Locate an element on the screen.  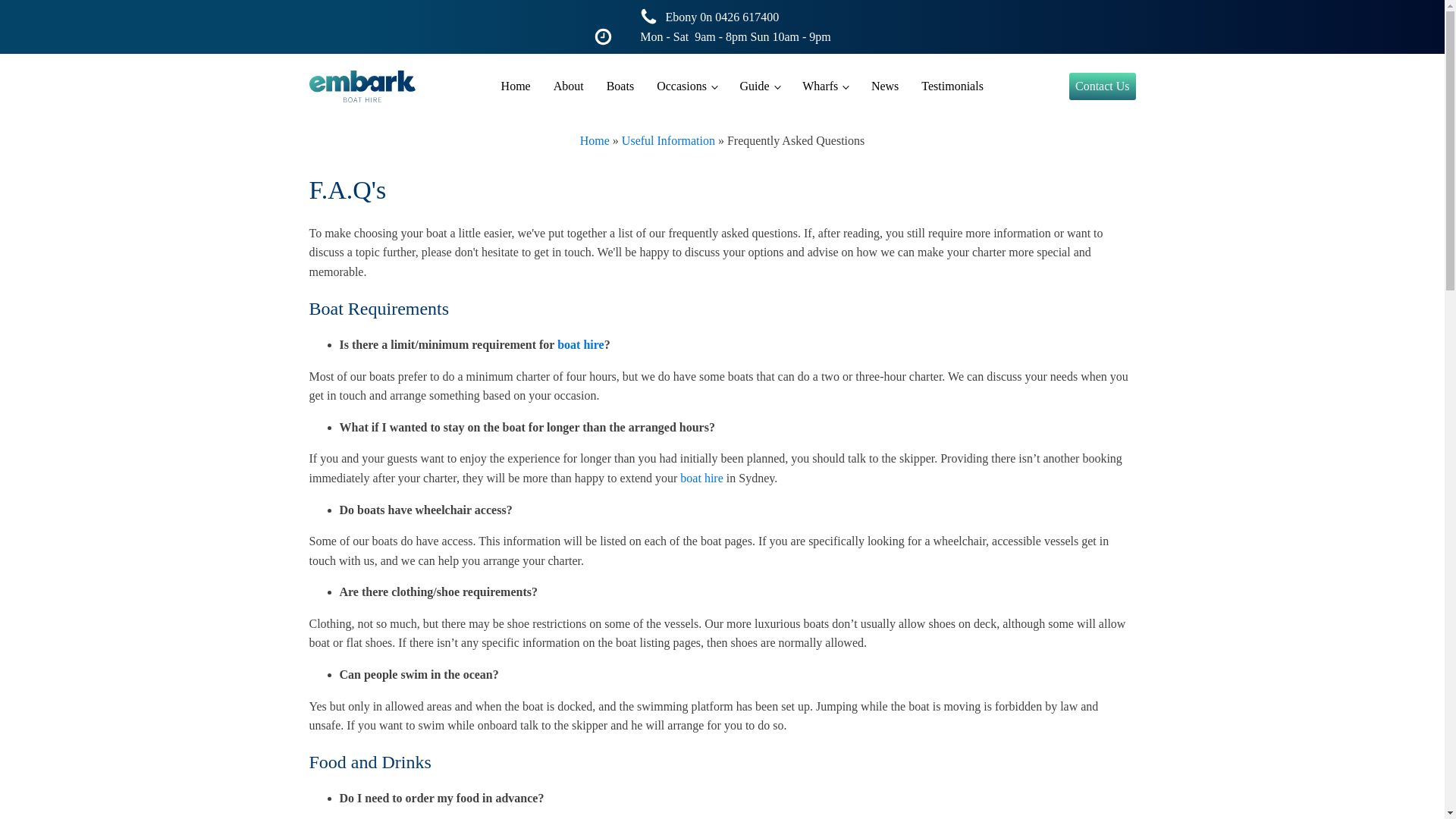
'boat hire' is located at coordinates (556, 344).